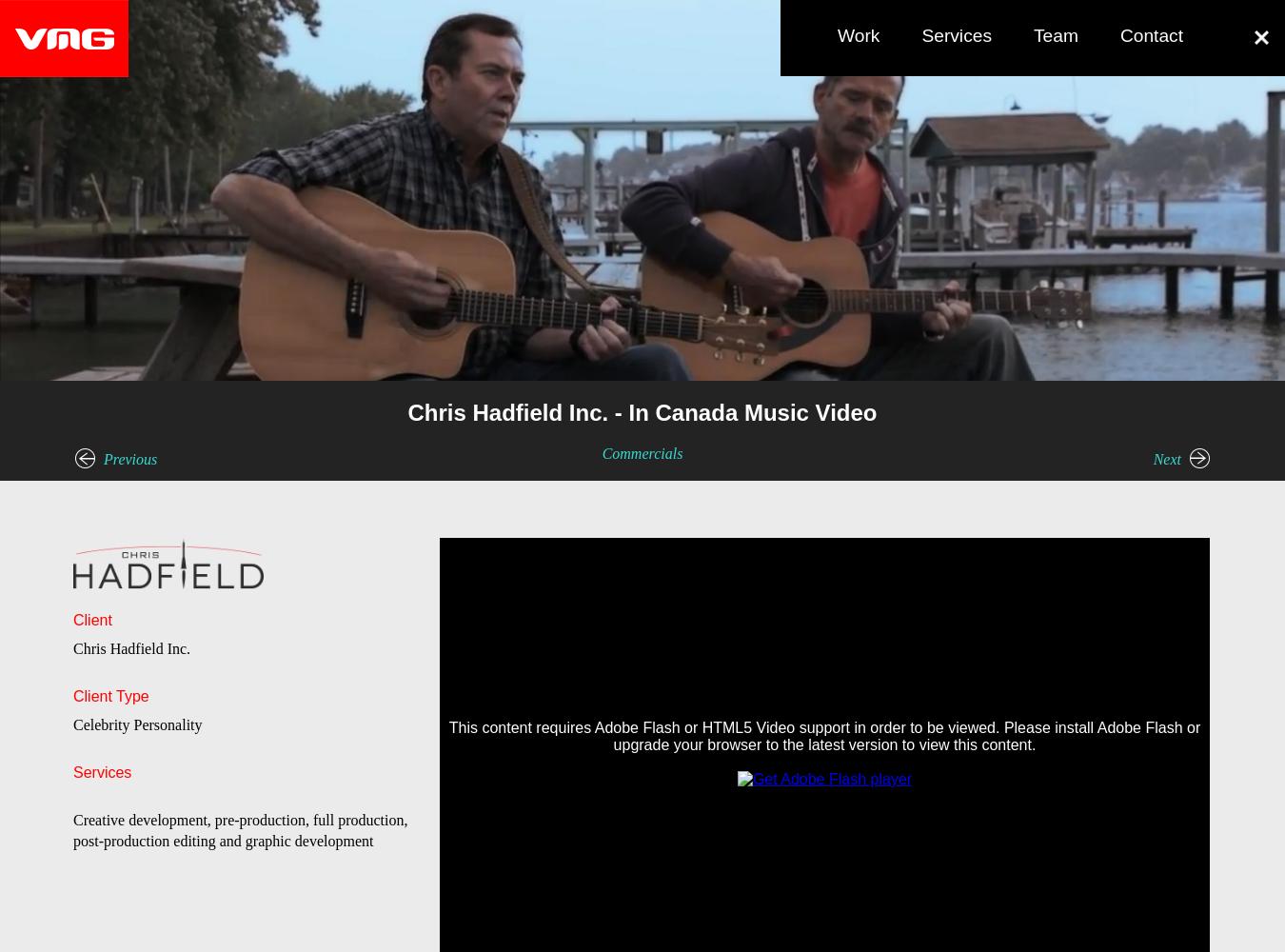  Describe the element at coordinates (642, 412) in the screenshot. I see `'Chris Hadfield Inc. - In Canada Music Video'` at that location.